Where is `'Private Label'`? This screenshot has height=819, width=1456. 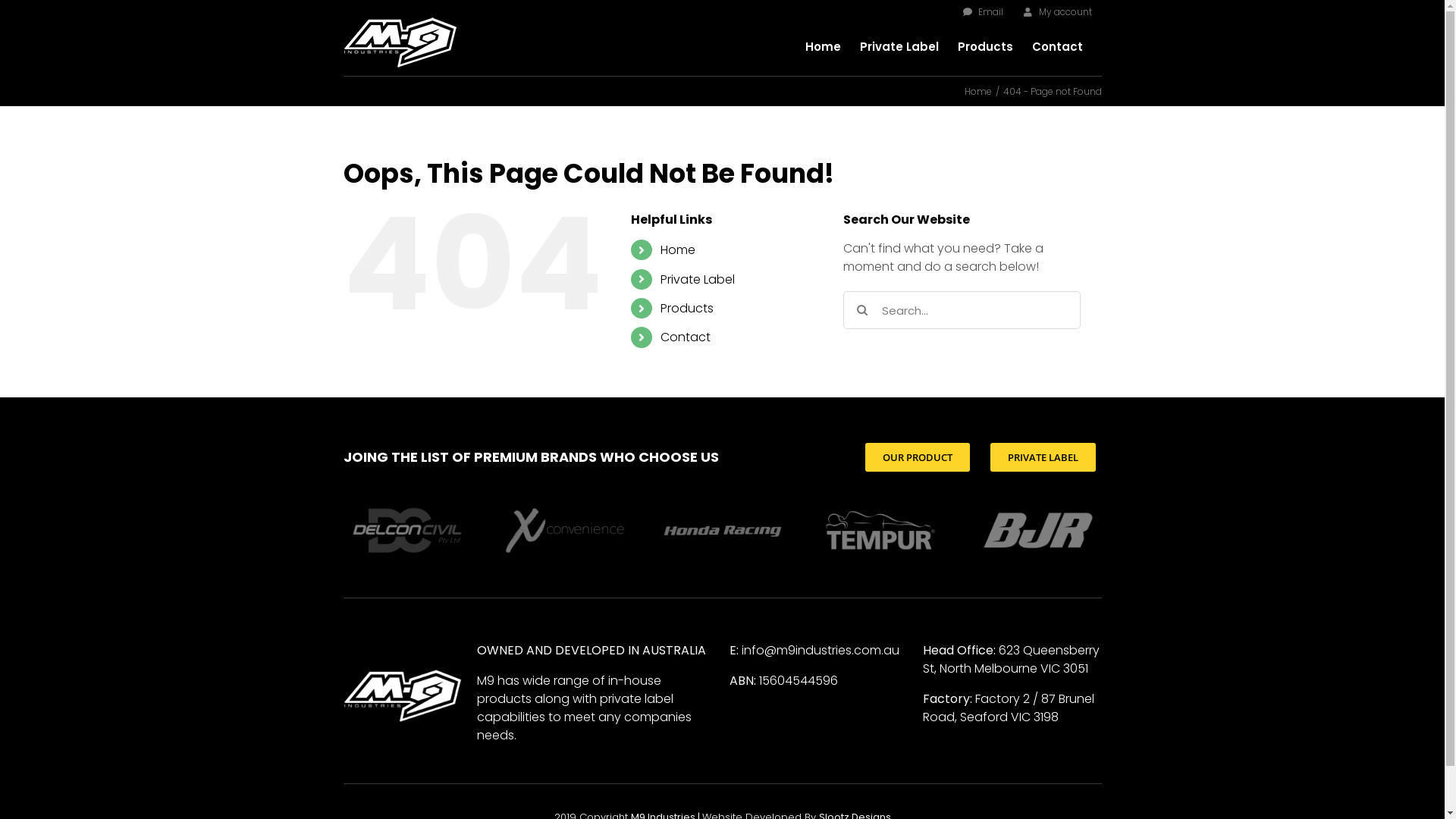 'Private Label' is located at coordinates (859, 45).